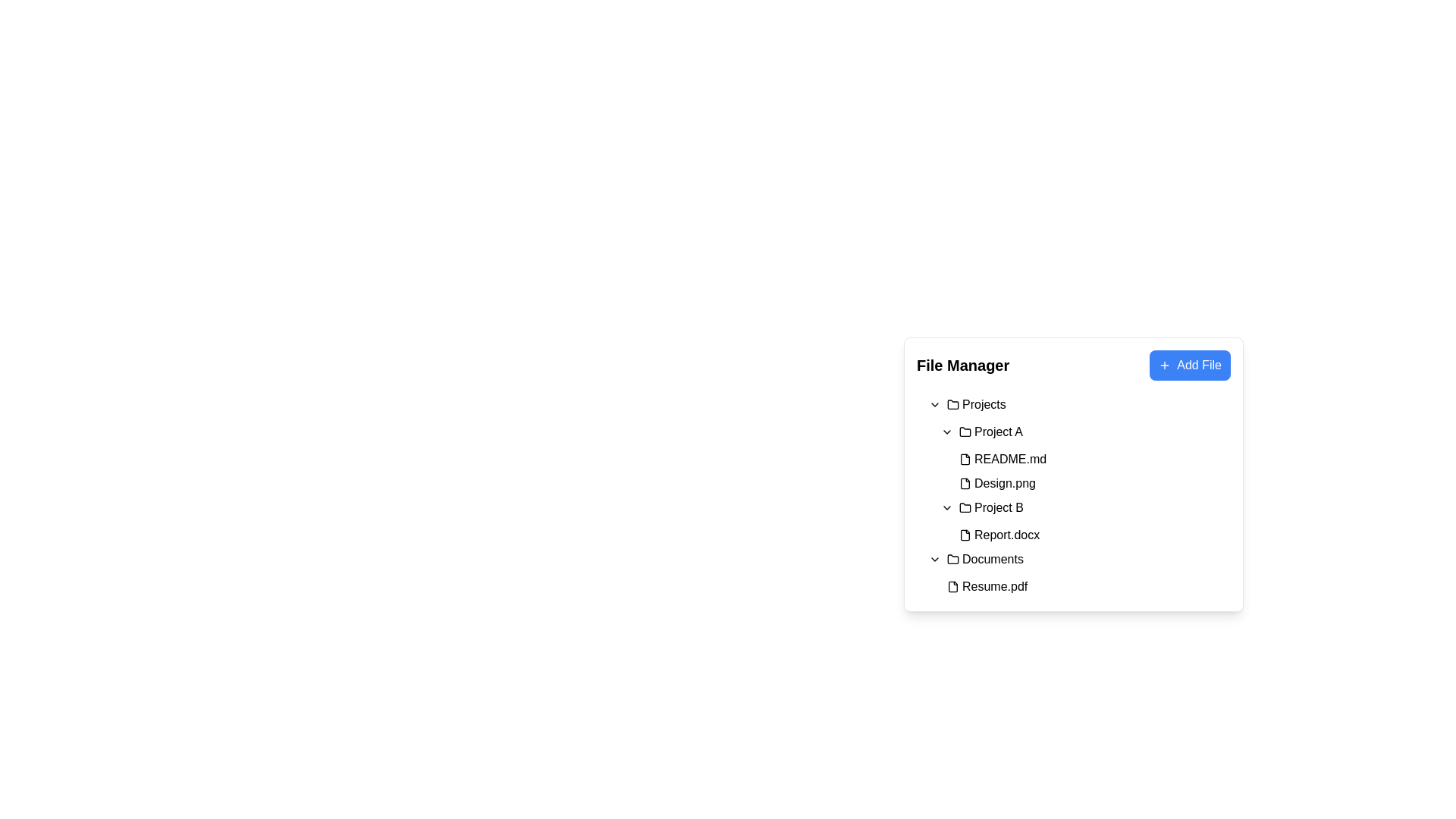 Image resolution: width=1456 pixels, height=819 pixels. Describe the element at coordinates (1189, 366) in the screenshot. I see `the 'Add File' button located to the right of the 'File Manager' header` at that location.